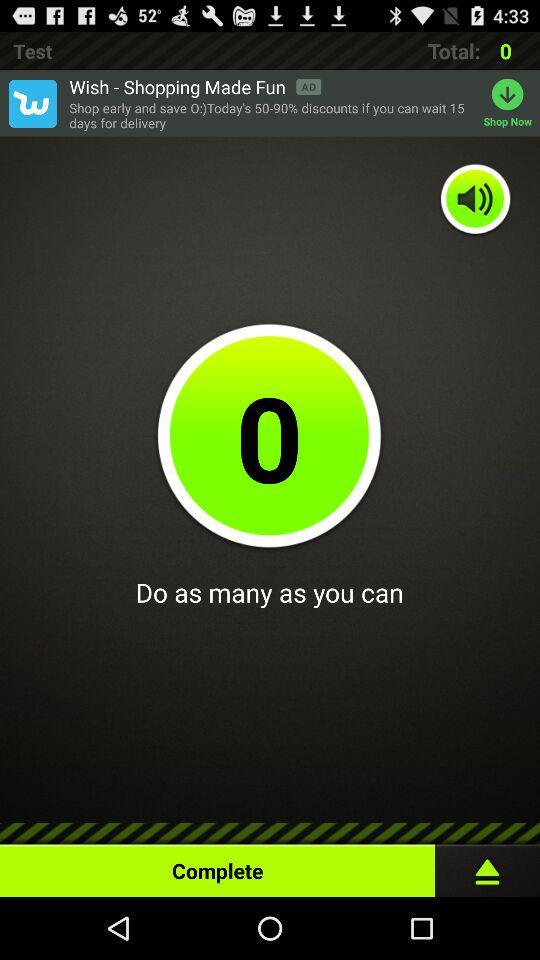 The width and height of the screenshot is (540, 960). I want to click on record, so click(486, 865).